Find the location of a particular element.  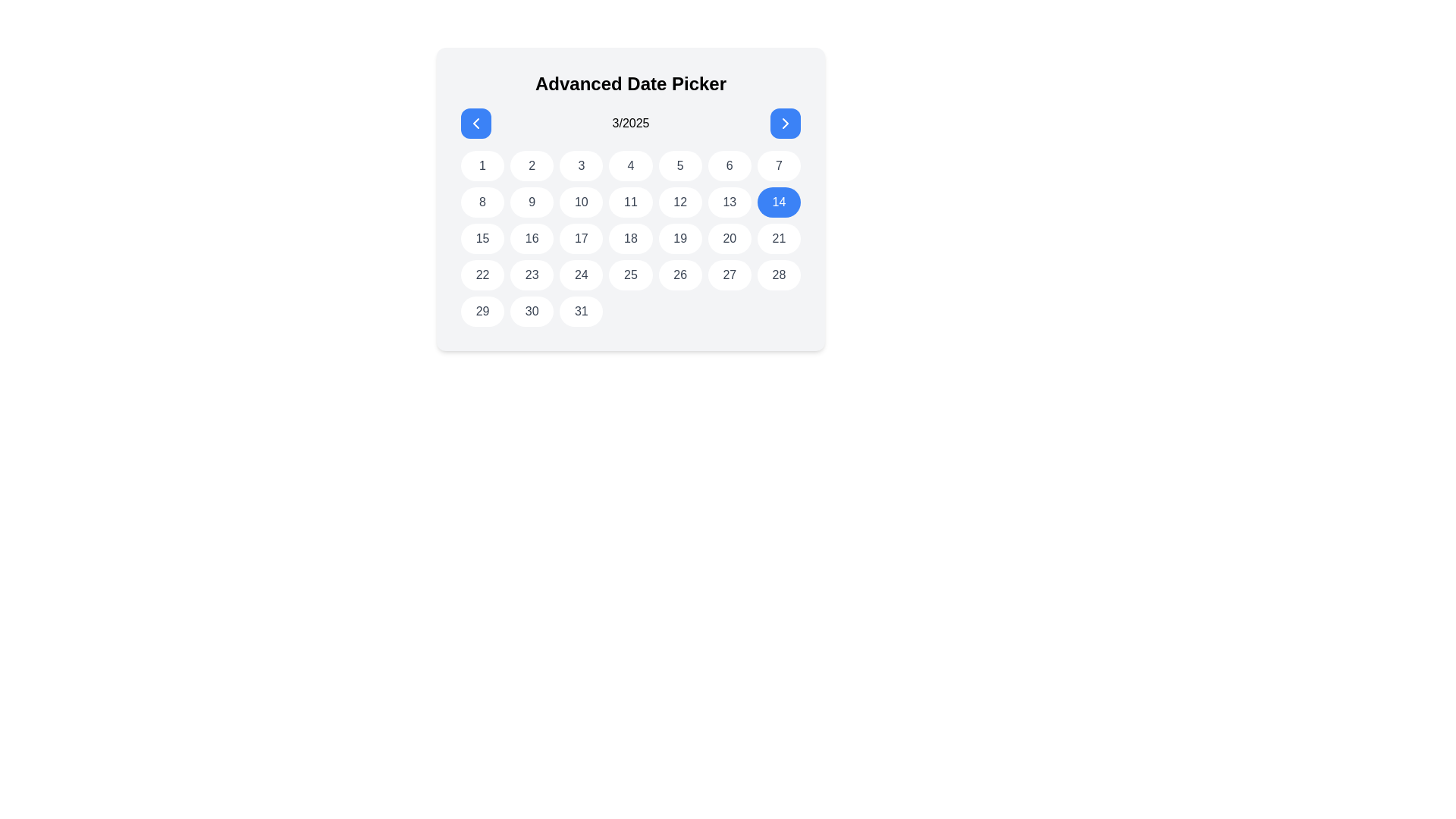

the rounded rectangular button displaying the number '18' in the date picker interface is located at coordinates (630, 239).